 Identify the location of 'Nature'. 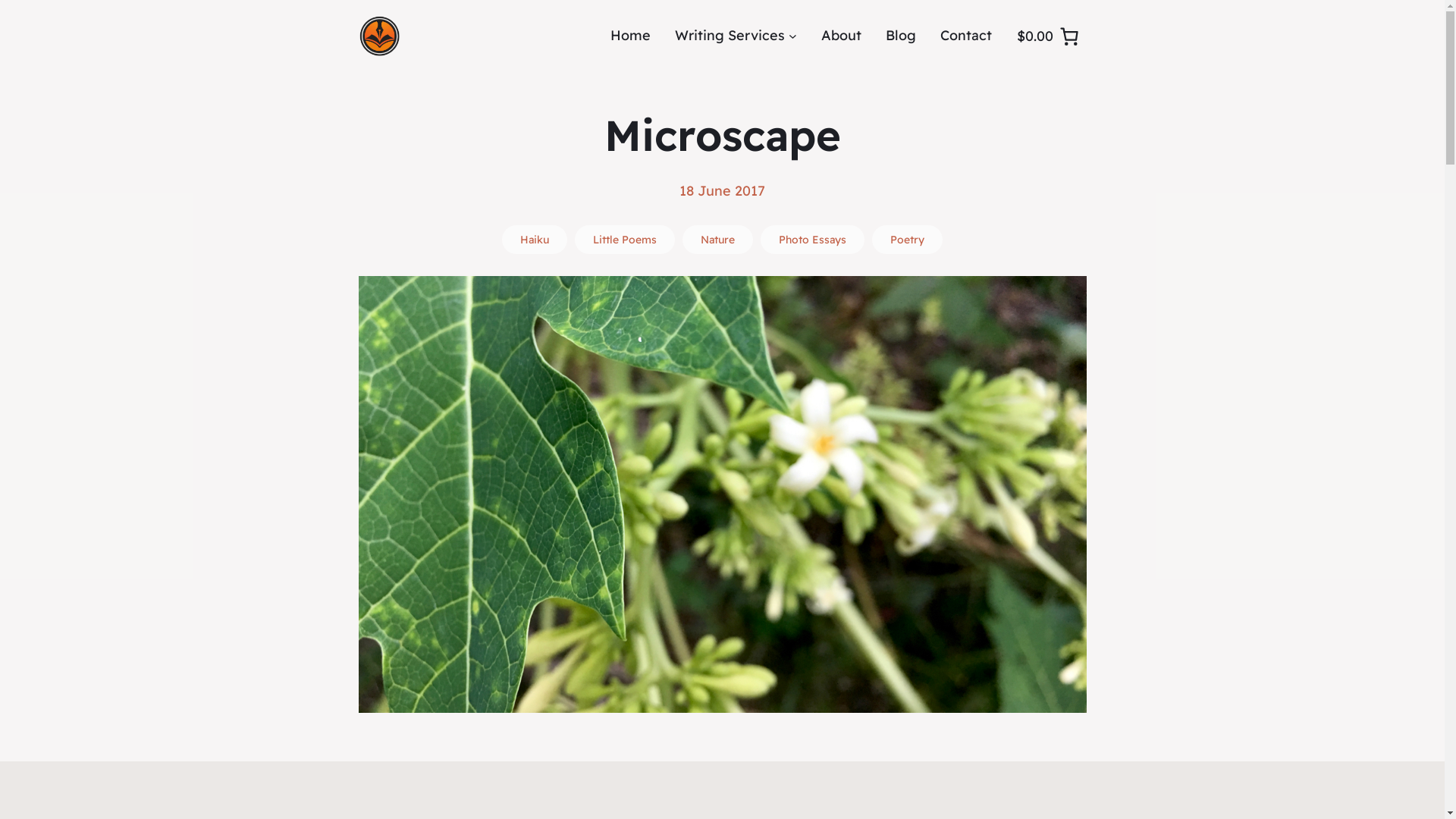
(717, 239).